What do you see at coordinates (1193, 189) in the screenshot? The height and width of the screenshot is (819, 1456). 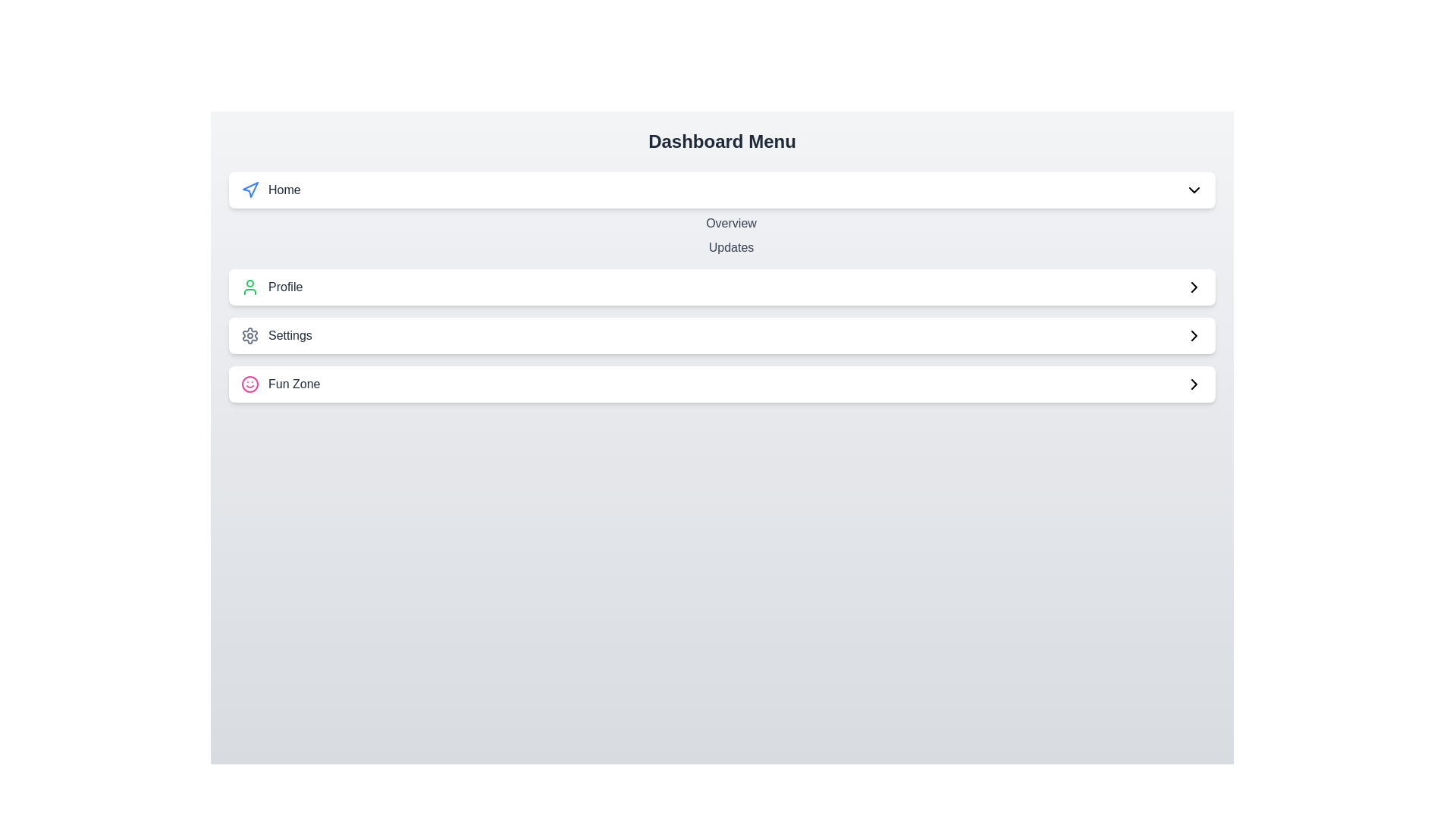 I see `the icon indicating additional options related to the 'Home' menu item, located at the far right of the 'Home' horizontal bar` at bounding box center [1193, 189].